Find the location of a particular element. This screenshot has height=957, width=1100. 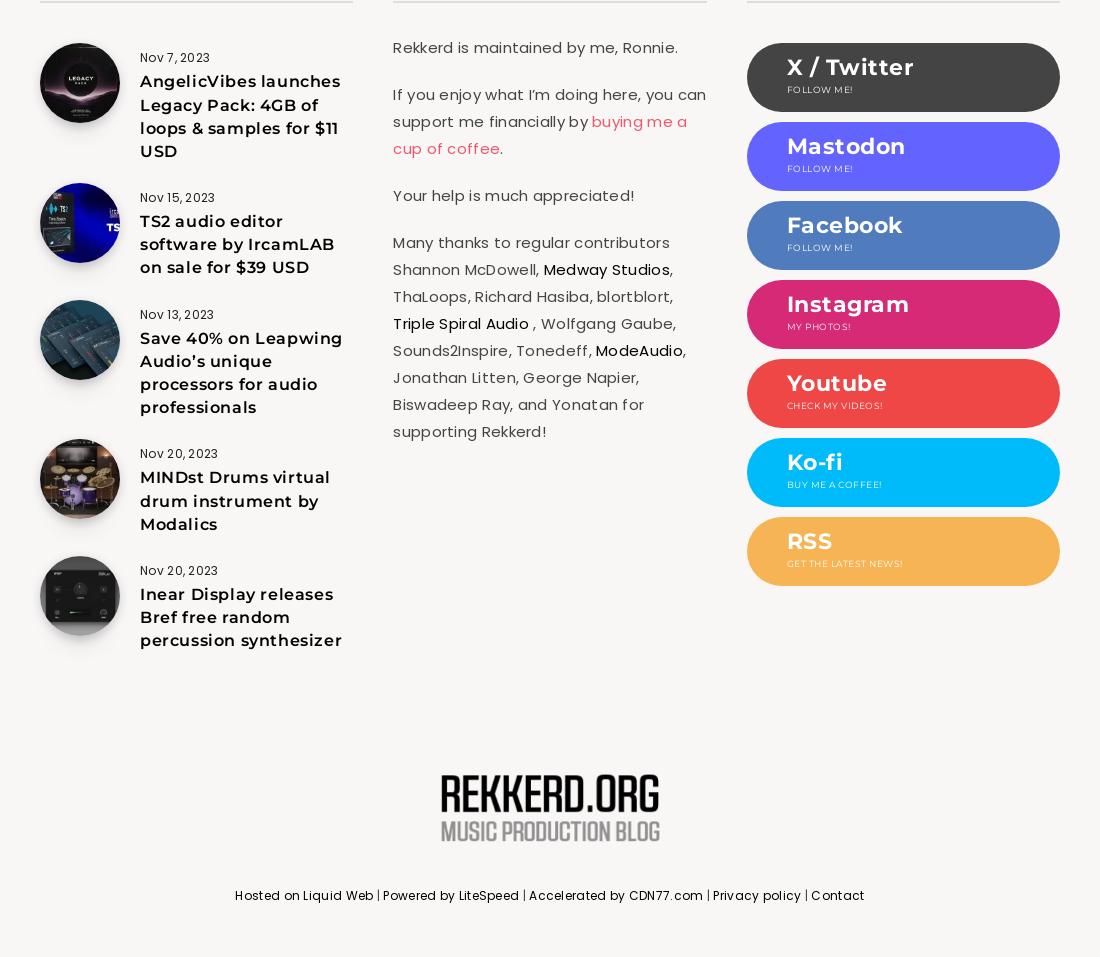

'TS2 audio editor software by IrcamLAB on sale for $39 USD' is located at coordinates (237, 243).